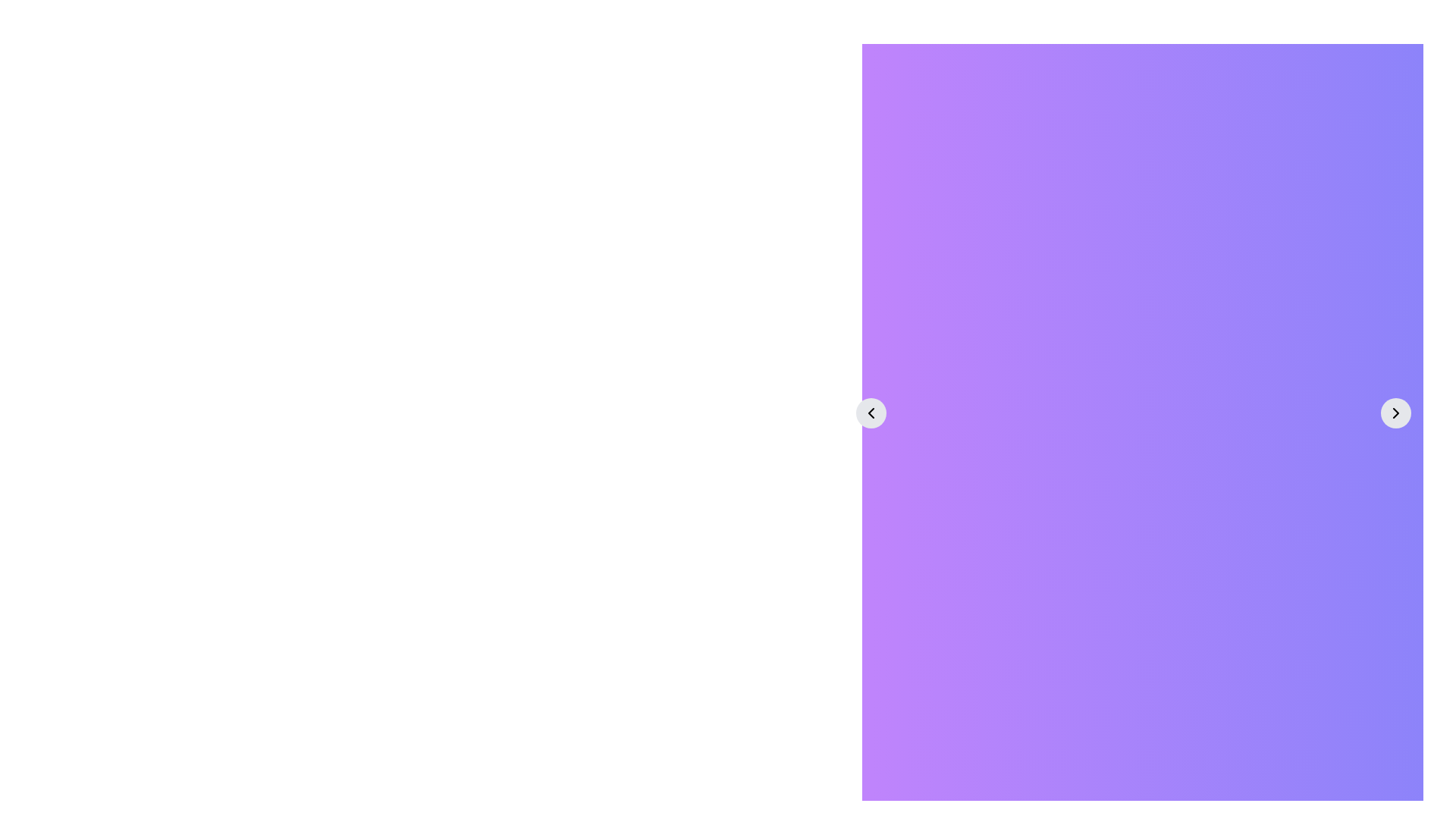  Describe the element at coordinates (871, 413) in the screenshot. I see `the left-chevron icon used for navigation` at that location.